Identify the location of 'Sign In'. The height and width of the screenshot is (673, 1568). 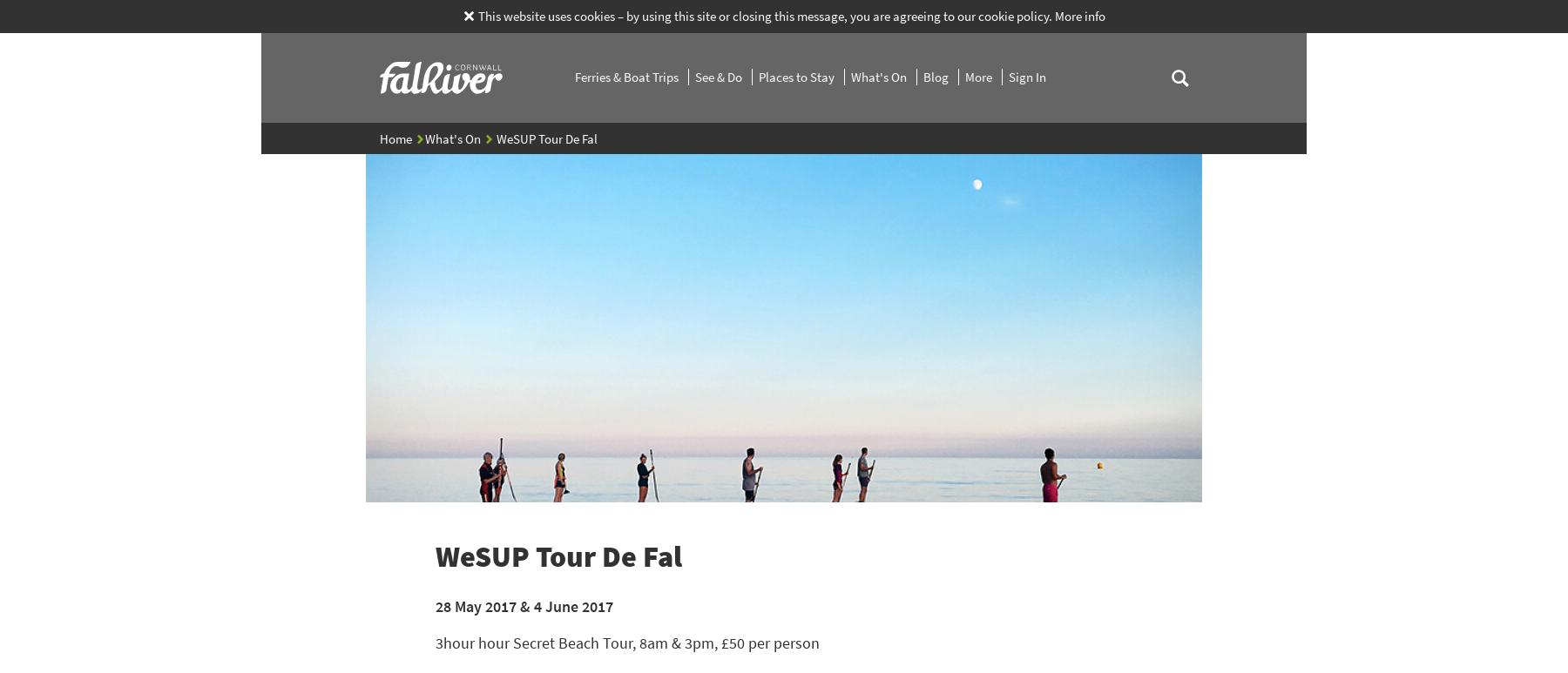
(1026, 76).